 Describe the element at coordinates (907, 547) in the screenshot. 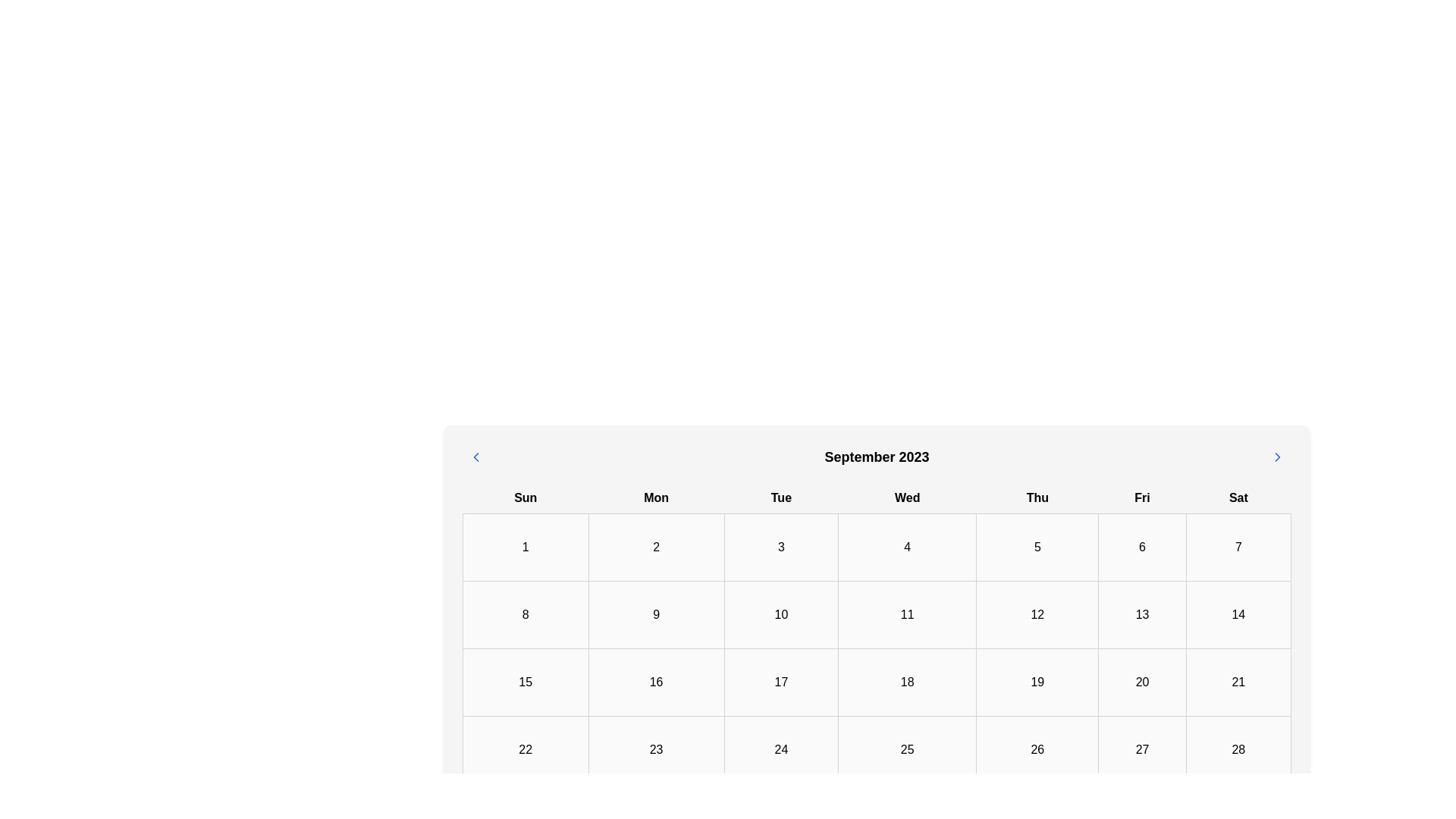

I see `to select the calendar date cell displaying the number '4', which is located under the 'Wed' column header in the first row of the calendar grid` at that location.